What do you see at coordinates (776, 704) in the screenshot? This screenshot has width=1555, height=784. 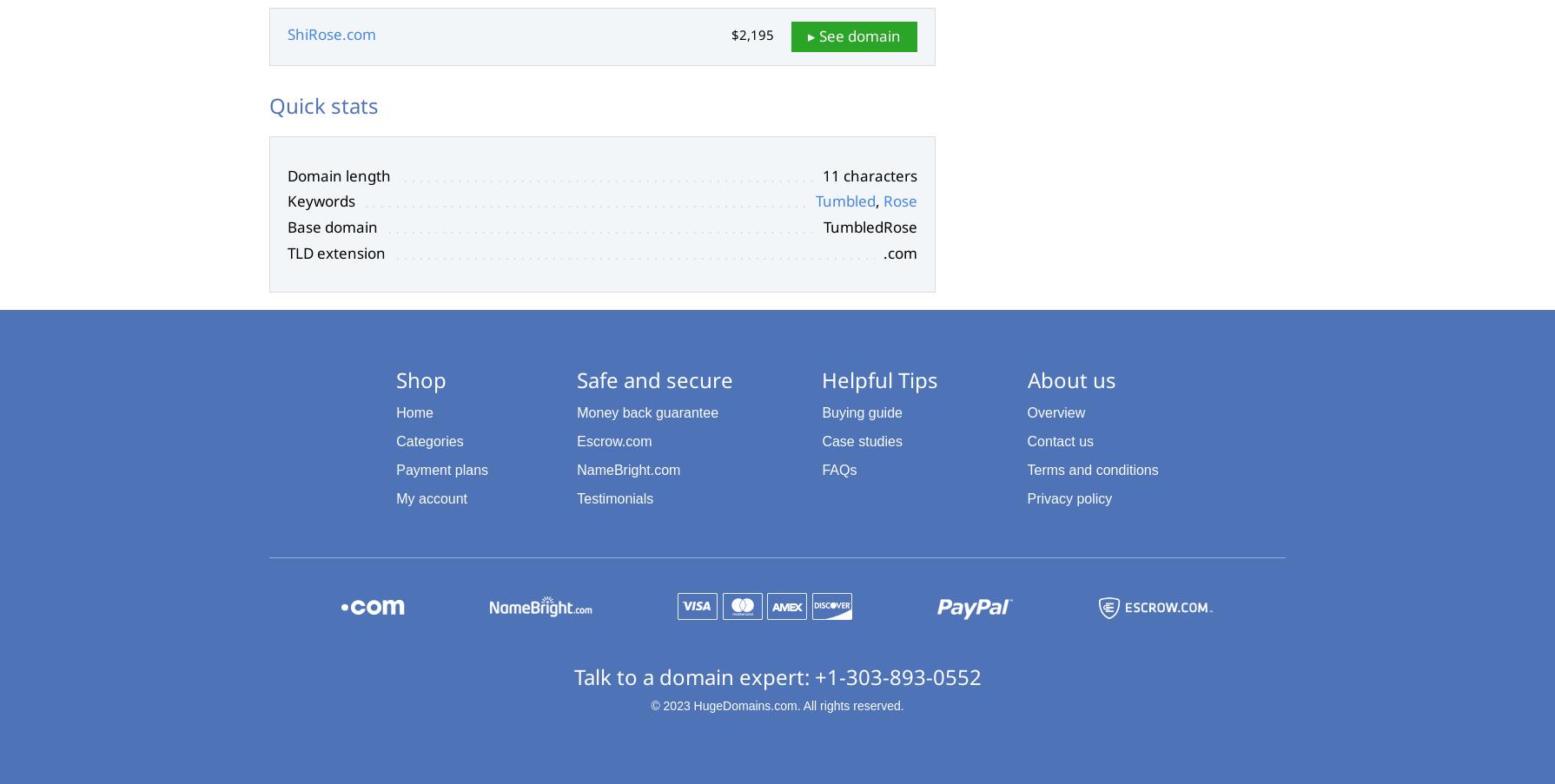 I see `'© 2023 HugeDomains.com. All rights reserved.'` at bounding box center [776, 704].